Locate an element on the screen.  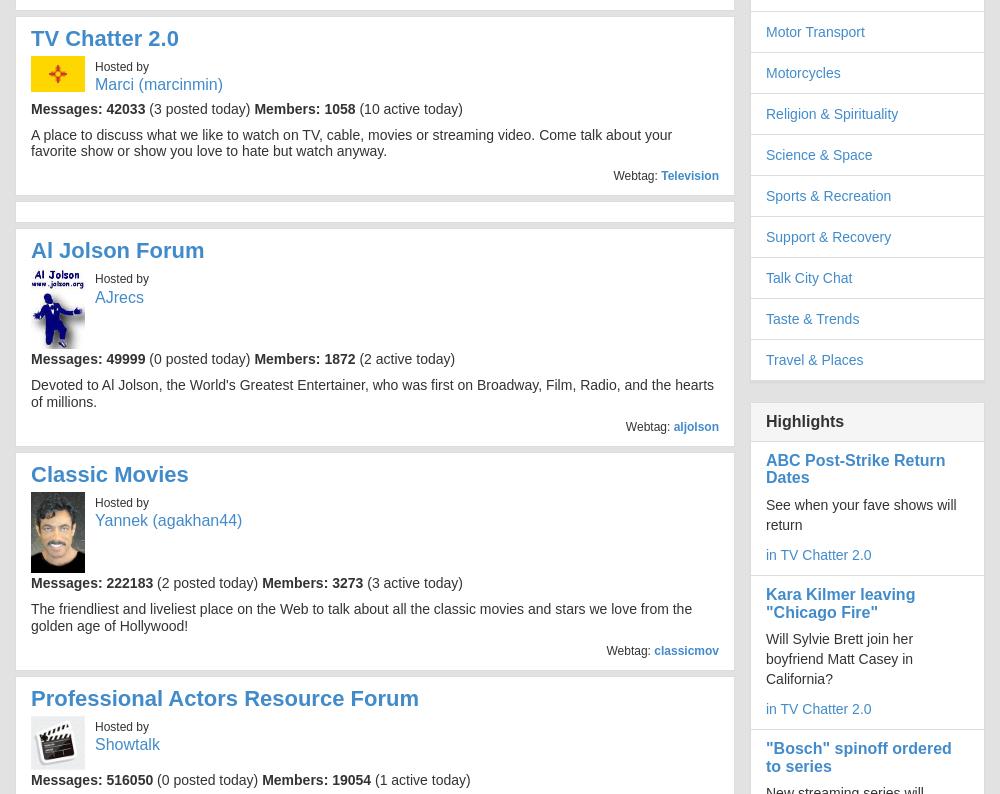
'TV Chatter 2.0' is located at coordinates (31, 36).